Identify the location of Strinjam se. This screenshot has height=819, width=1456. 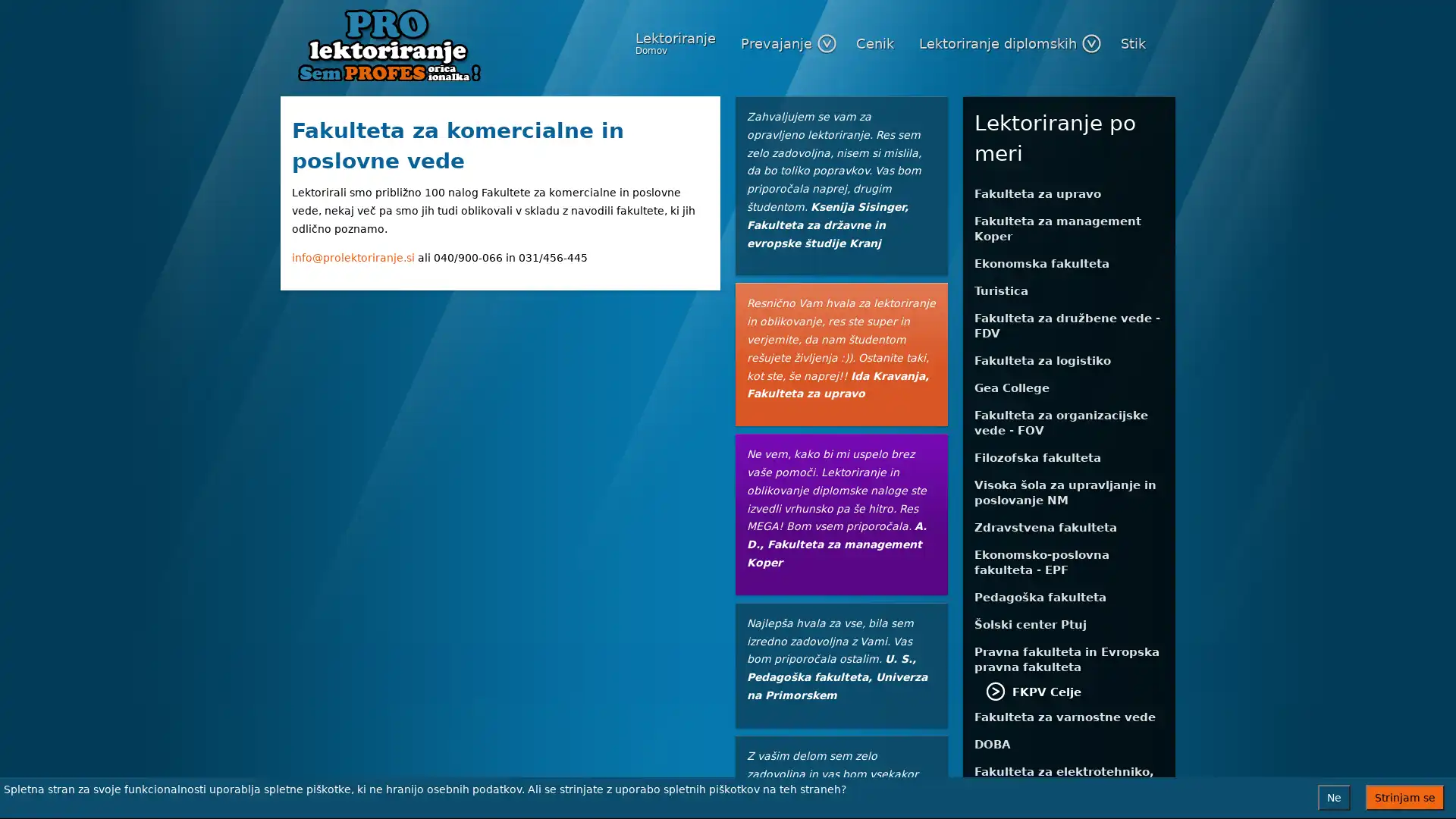
(1404, 797).